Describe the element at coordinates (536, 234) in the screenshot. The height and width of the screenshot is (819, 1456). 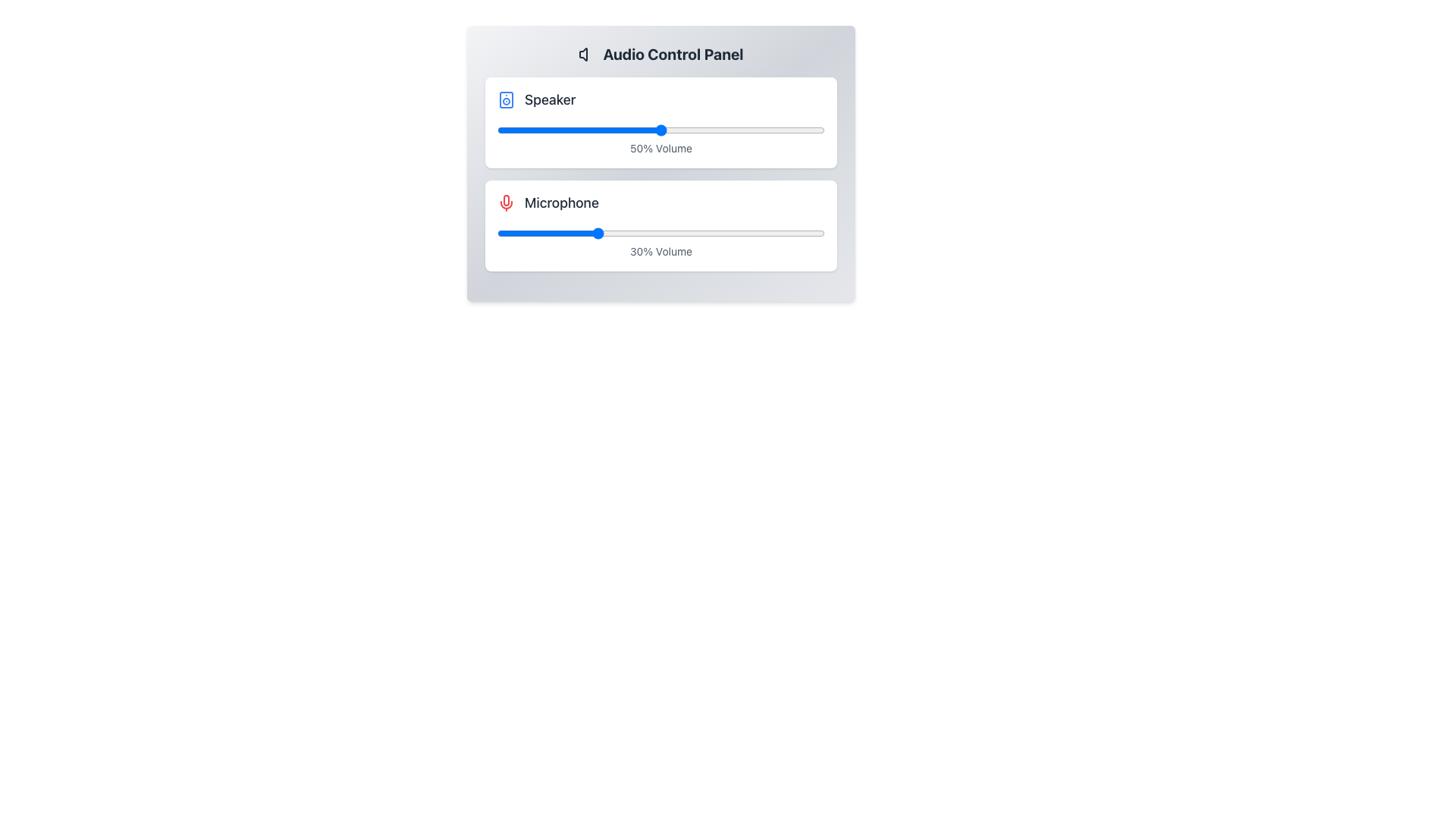
I see `the microphone volume` at that location.